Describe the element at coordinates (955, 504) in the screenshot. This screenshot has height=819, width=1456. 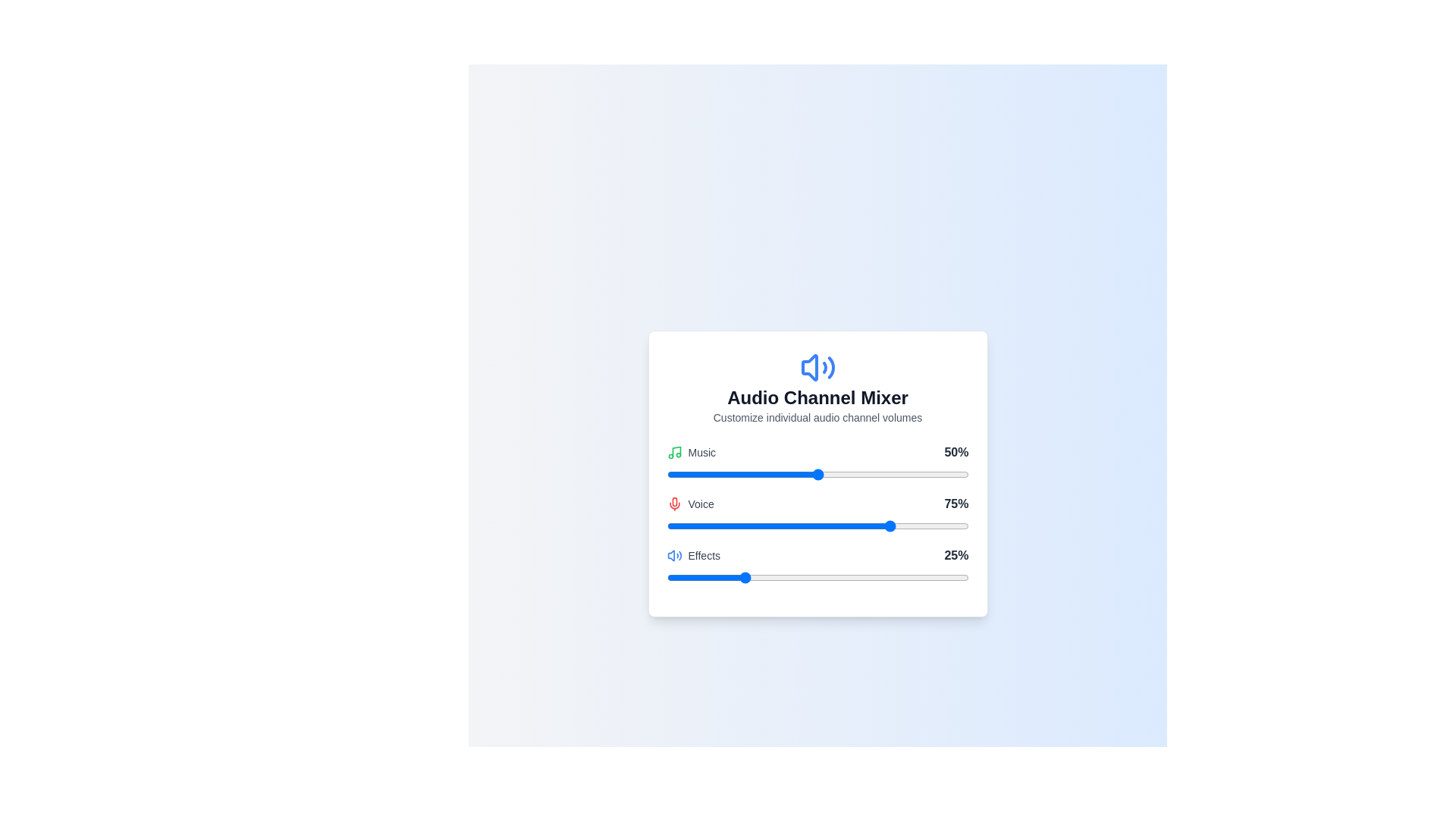
I see `the static text label displaying '75%' in dark gray, located in the 'Voice' section, positioned to the far right adjacent to a slider` at that location.